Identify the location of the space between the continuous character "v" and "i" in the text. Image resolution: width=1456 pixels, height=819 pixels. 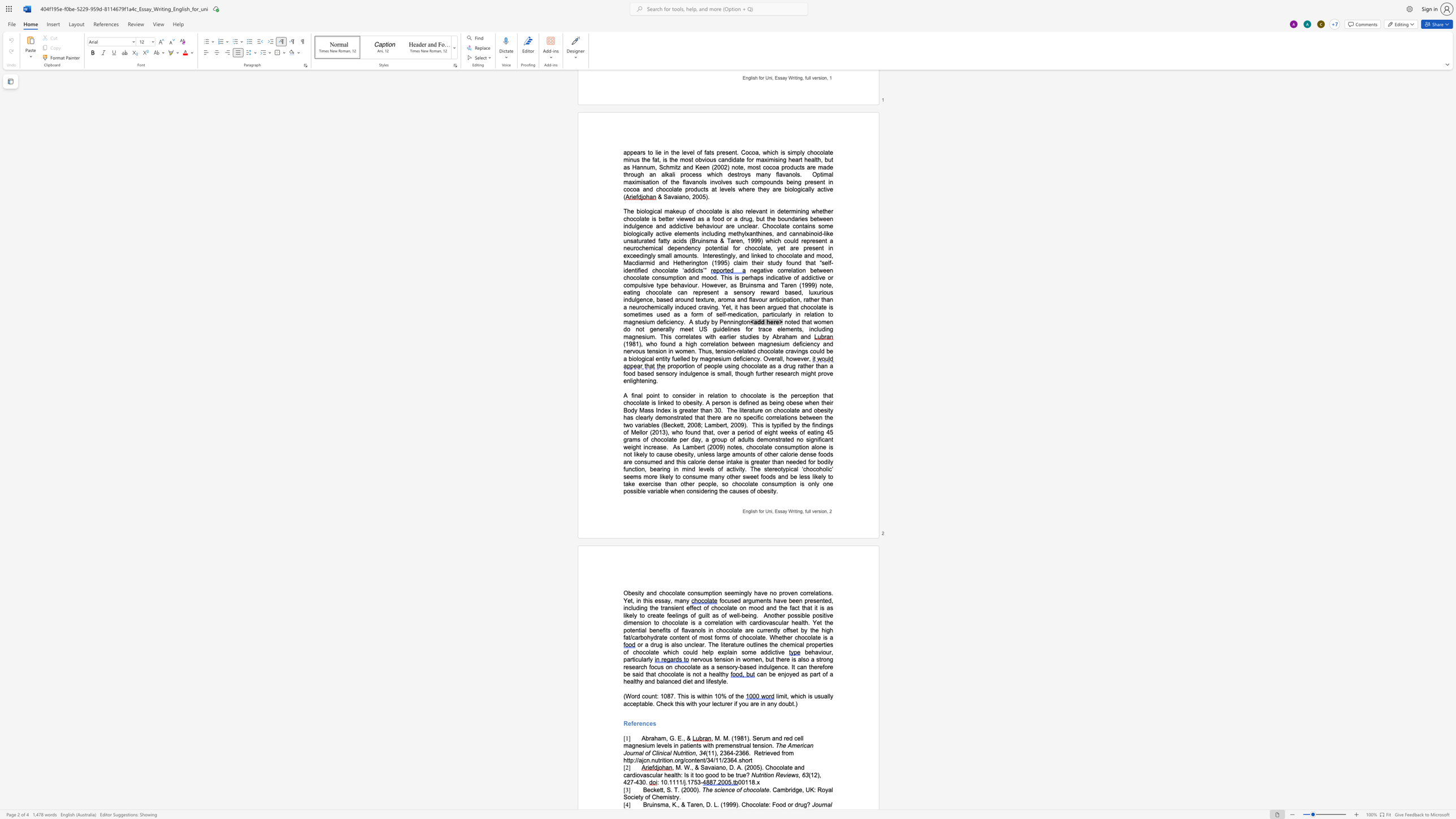
(785, 774).